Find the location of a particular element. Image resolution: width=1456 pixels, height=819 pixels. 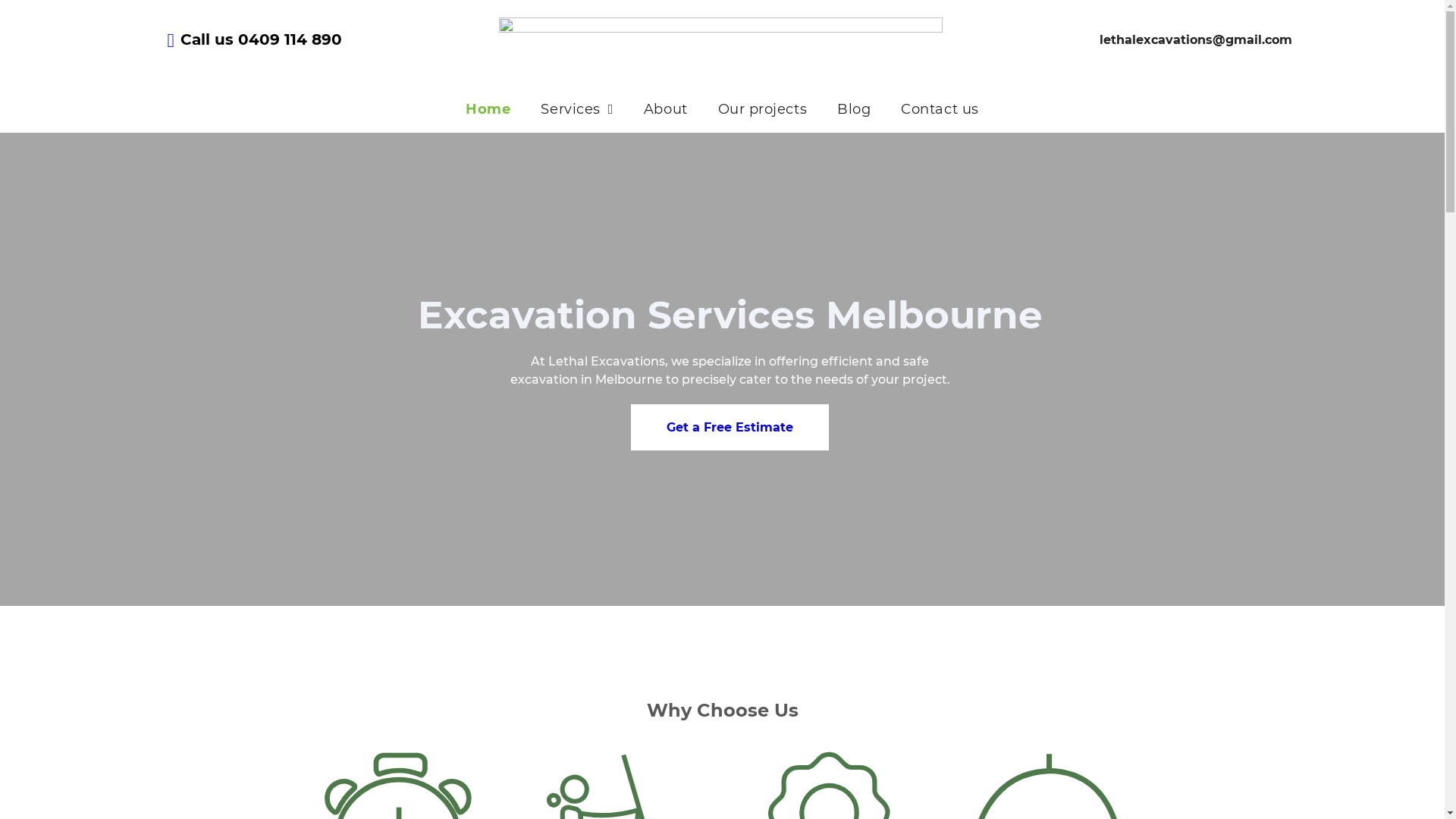

'Blog' is located at coordinates (854, 108).